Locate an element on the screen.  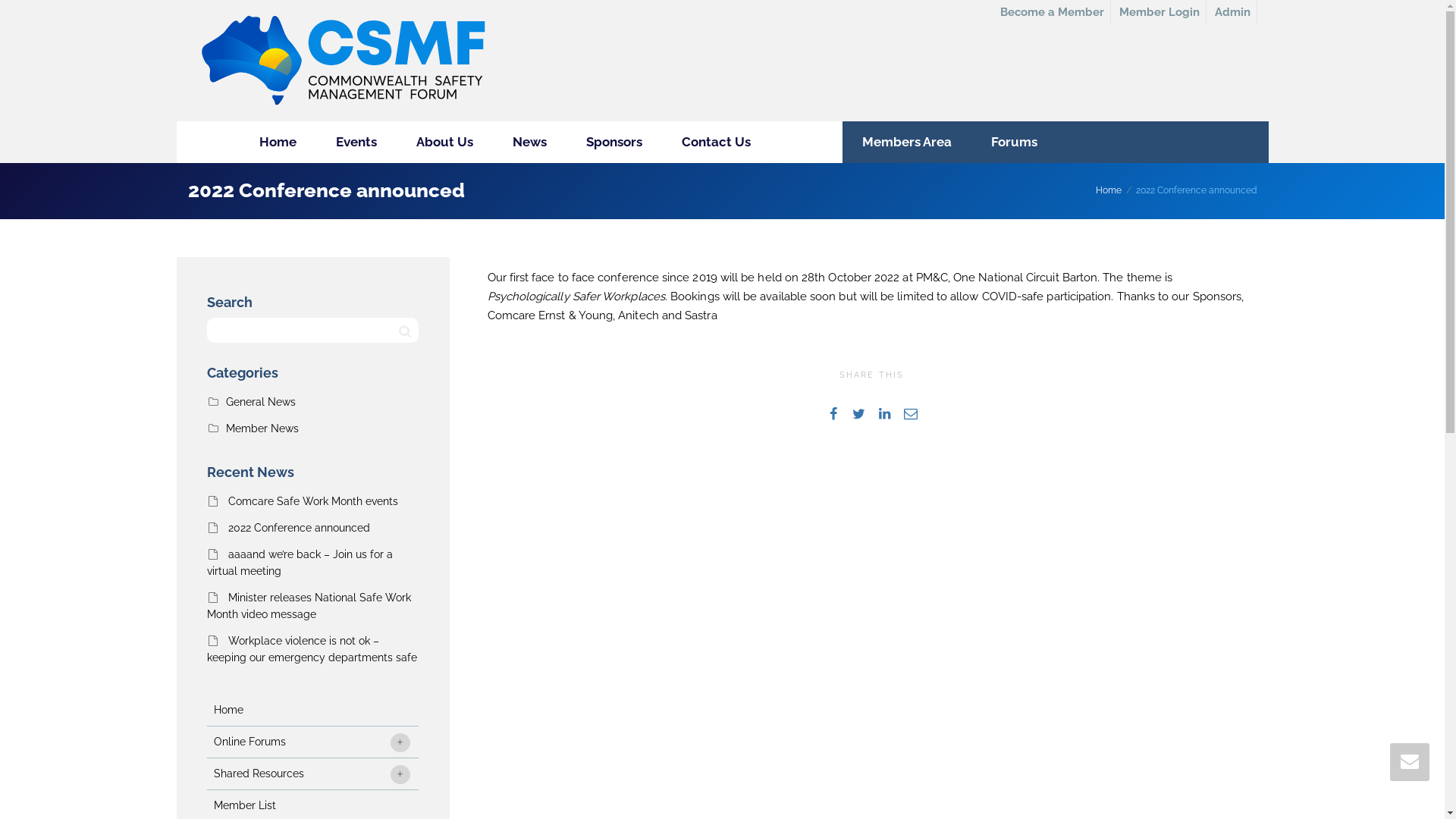
'2022 Conference announced' is located at coordinates (226, 526).